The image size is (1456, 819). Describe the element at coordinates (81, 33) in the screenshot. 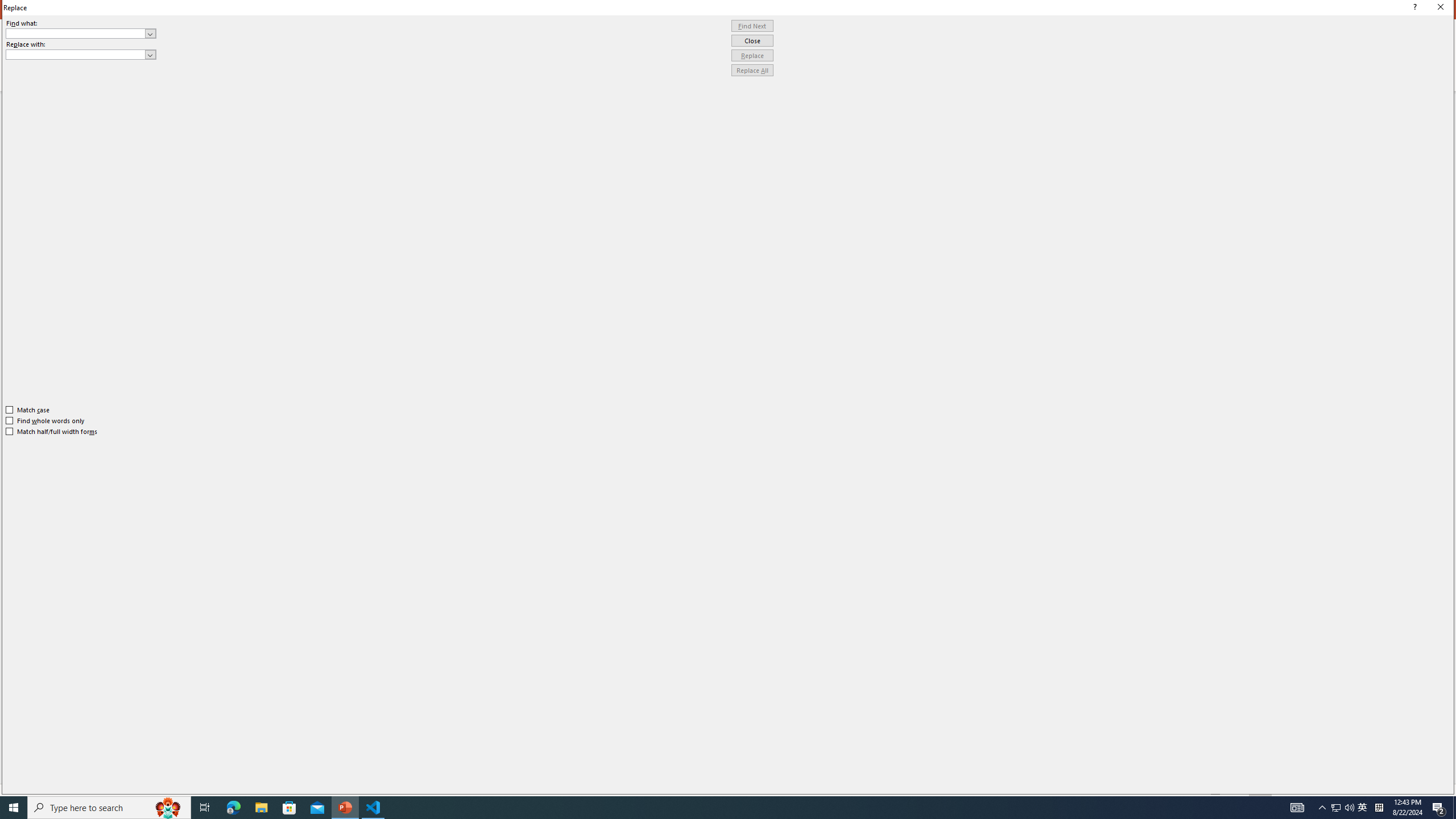

I see `'Find what'` at that location.